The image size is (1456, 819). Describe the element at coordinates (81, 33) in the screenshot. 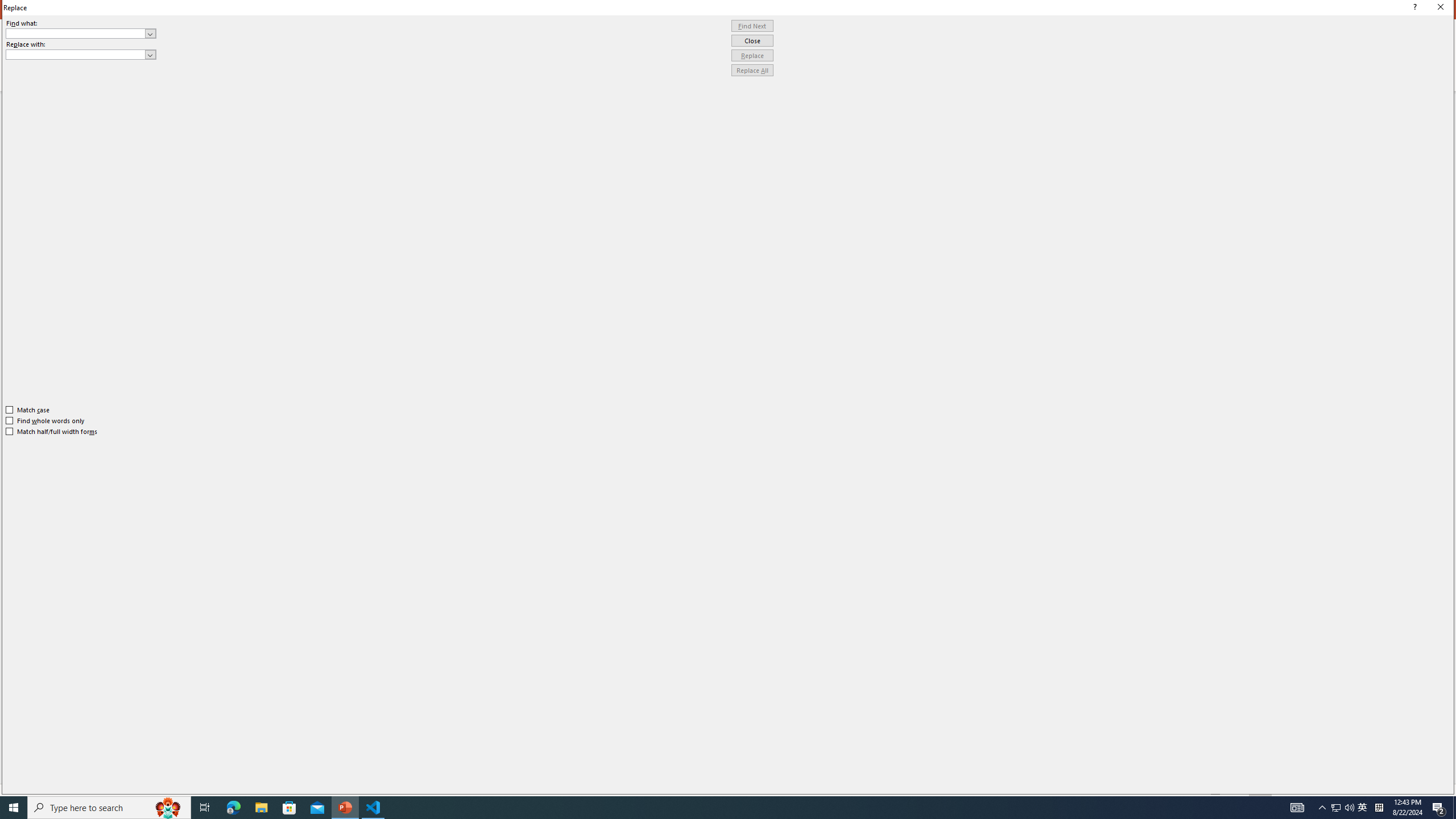

I see `'Find what'` at that location.